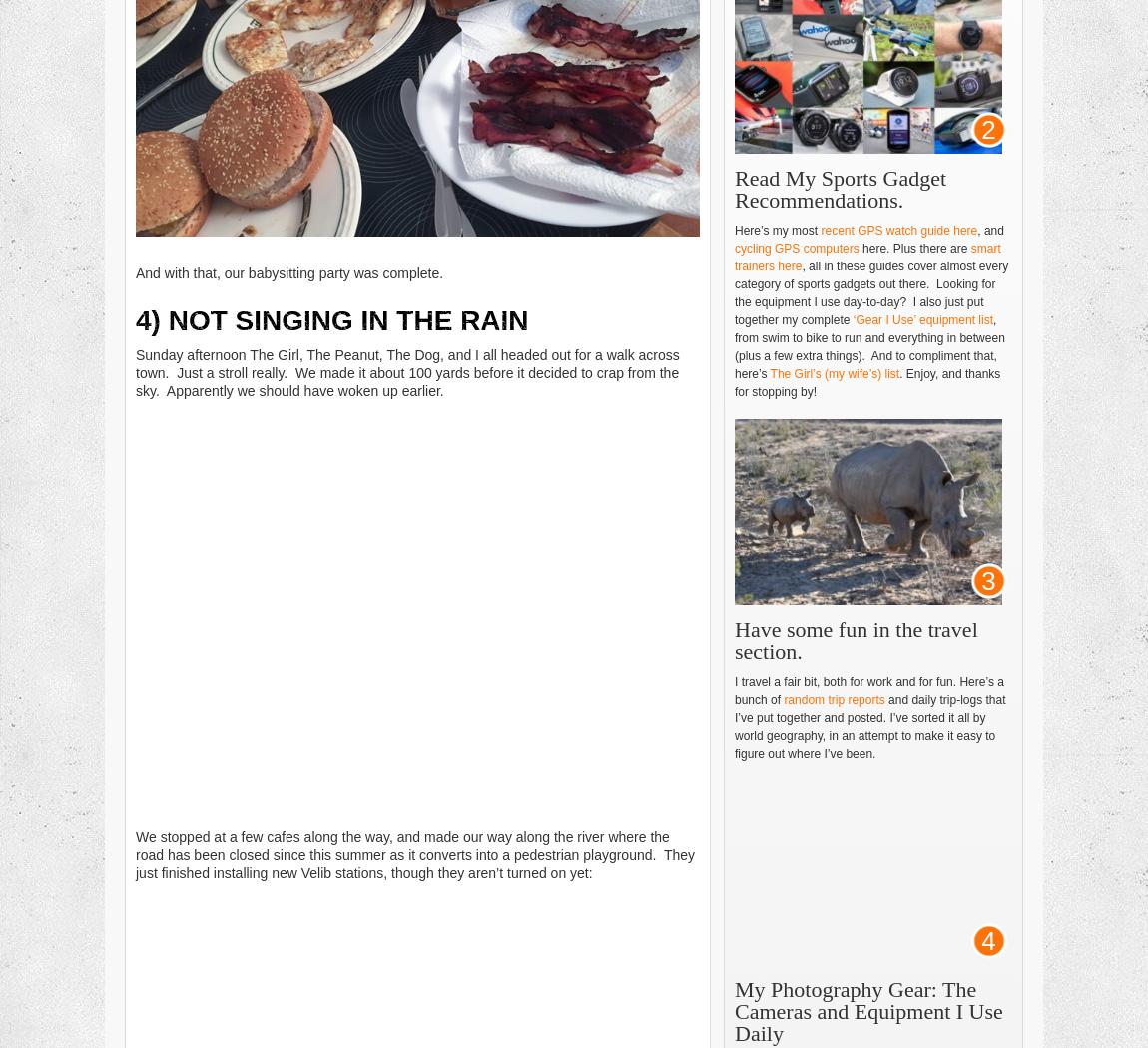 Image resolution: width=1148 pixels, height=1048 pixels. What do you see at coordinates (867, 382) in the screenshot?
I see `'. Enjoy, and thanks for stopping by!'` at bounding box center [867, 382].